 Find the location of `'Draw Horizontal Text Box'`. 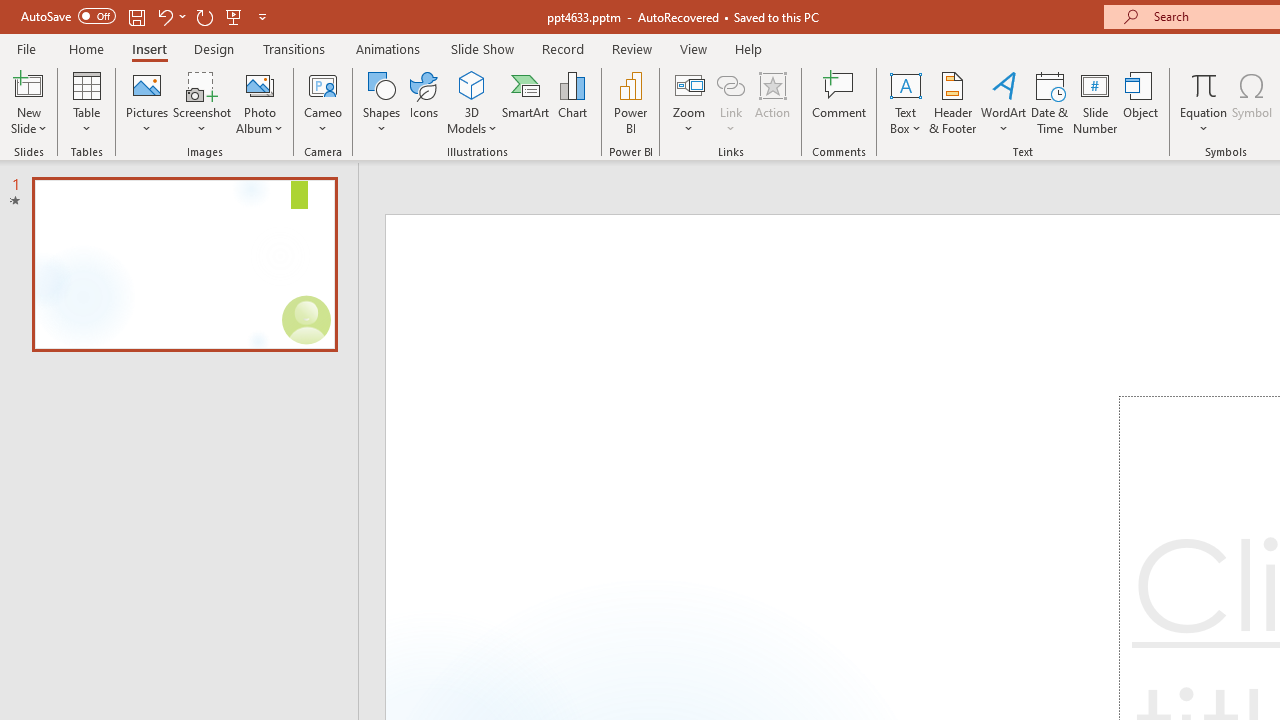

'Draw Horizontal Text Box' is located at coordinates (904, 84).